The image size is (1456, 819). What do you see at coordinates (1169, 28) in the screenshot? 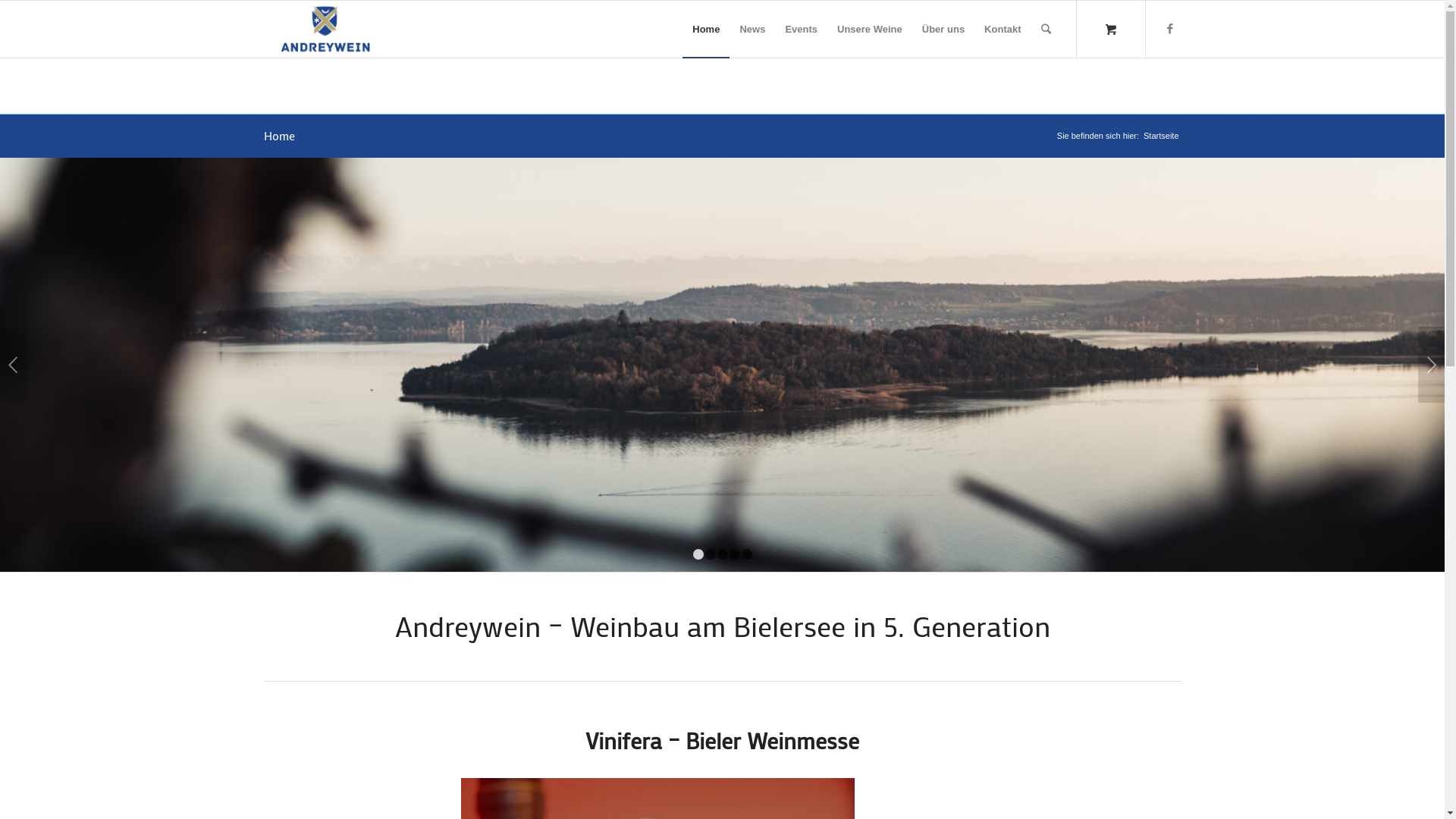
I see `'Facebook'` at bounding box center [1169, 28].